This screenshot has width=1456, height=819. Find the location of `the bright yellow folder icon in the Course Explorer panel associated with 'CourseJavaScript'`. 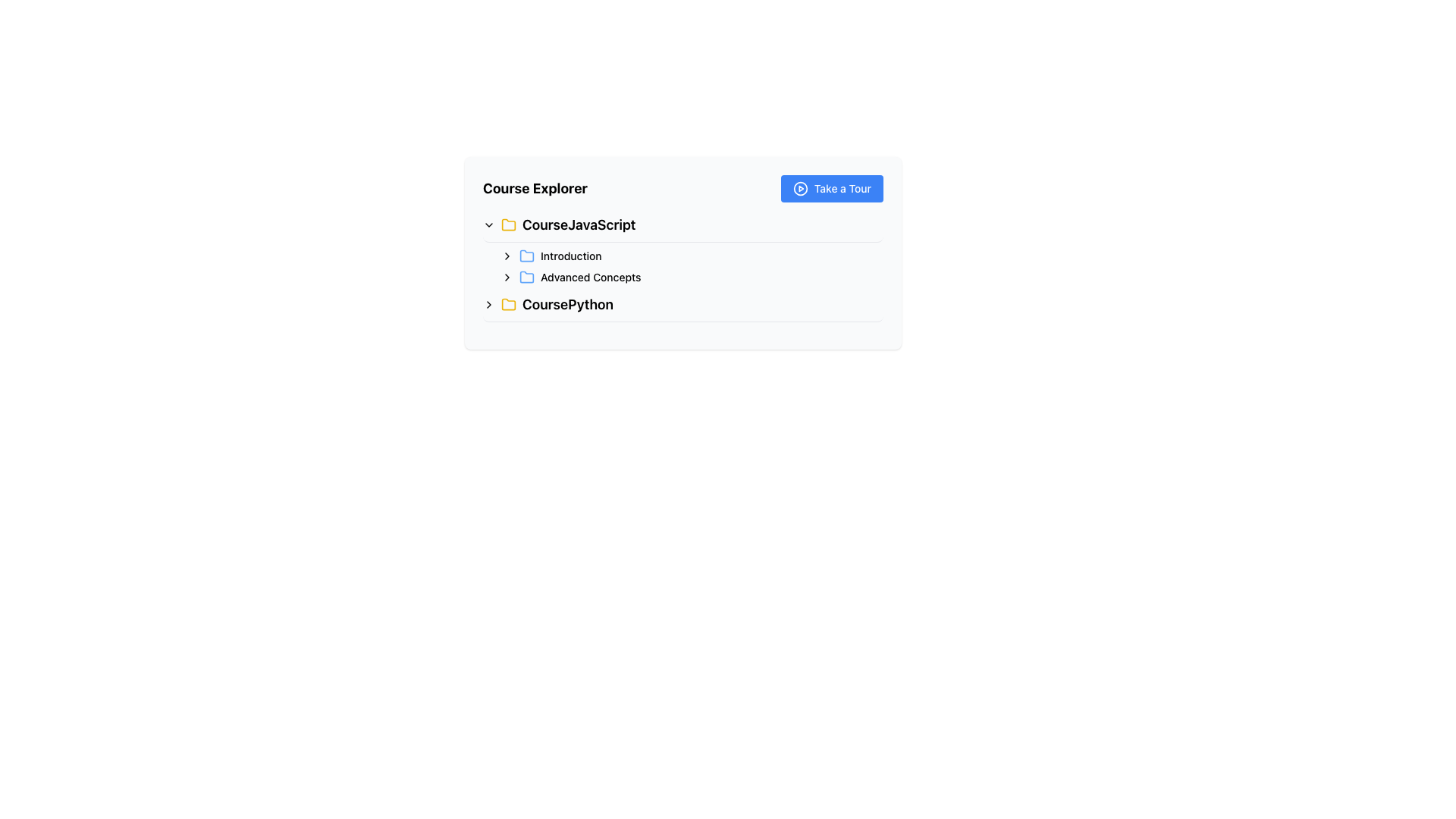

the bright yellow folder icon in the Course Explorer panel associated with 'CourseJavaScript' is located at coordinates (509, 224).